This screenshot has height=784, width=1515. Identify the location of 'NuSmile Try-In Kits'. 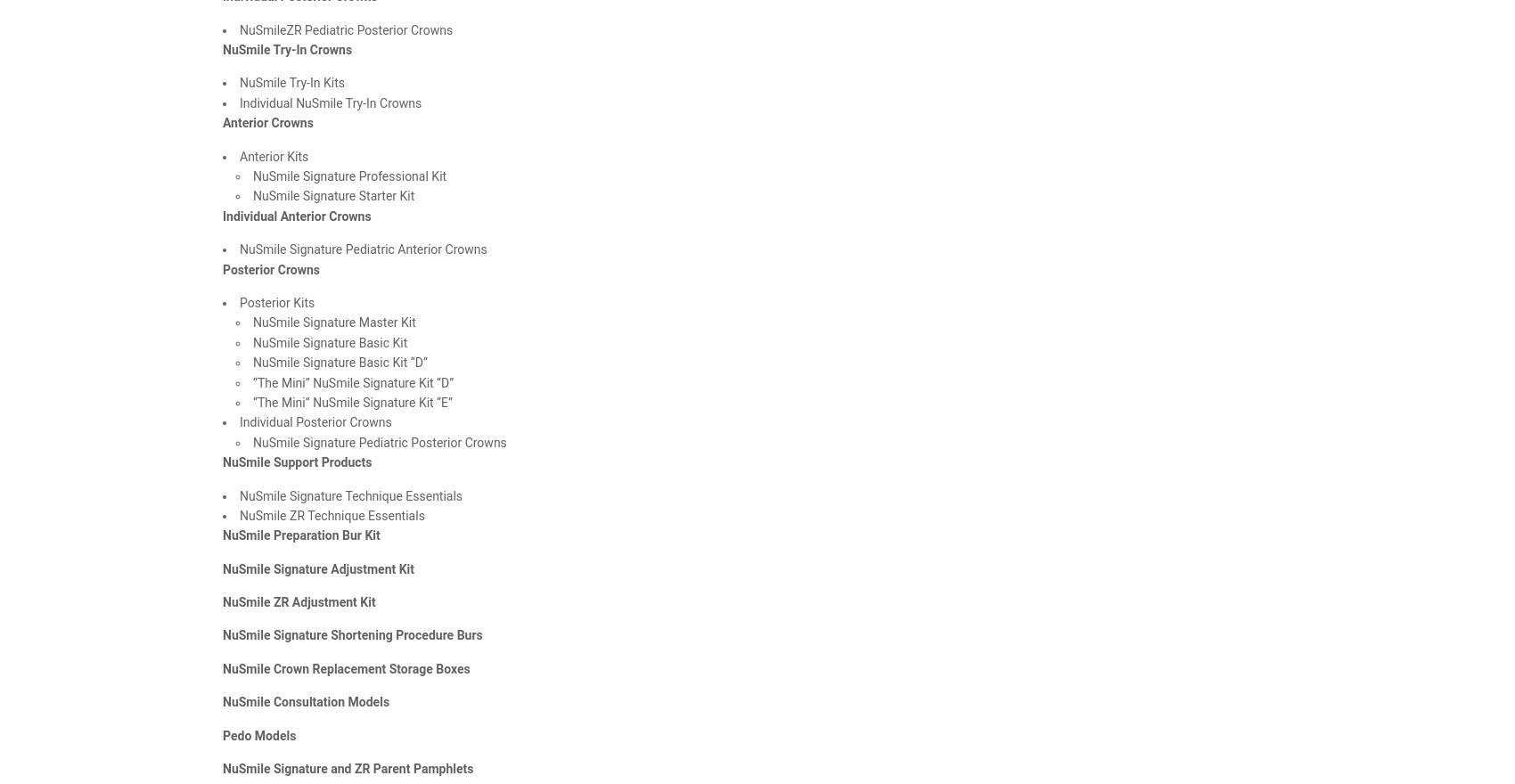
(291, 82).